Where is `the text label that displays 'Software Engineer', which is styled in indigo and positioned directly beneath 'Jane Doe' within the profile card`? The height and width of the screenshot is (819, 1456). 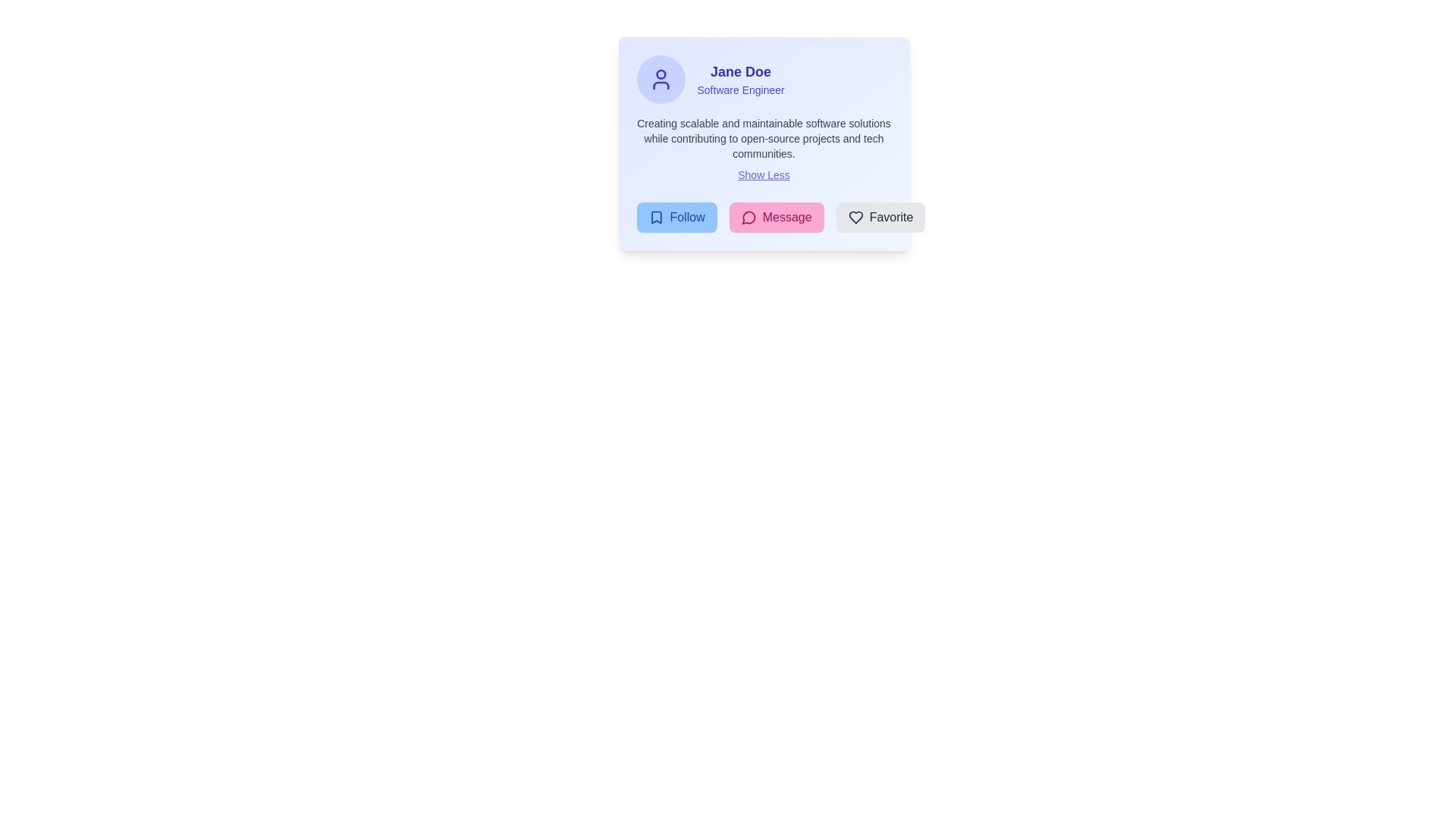 the text label that displays 'Software Engineer', which is styled in indigo and positioned directly beneath 'Jane Doe' within the profile card is located at coordinates (741, 90).